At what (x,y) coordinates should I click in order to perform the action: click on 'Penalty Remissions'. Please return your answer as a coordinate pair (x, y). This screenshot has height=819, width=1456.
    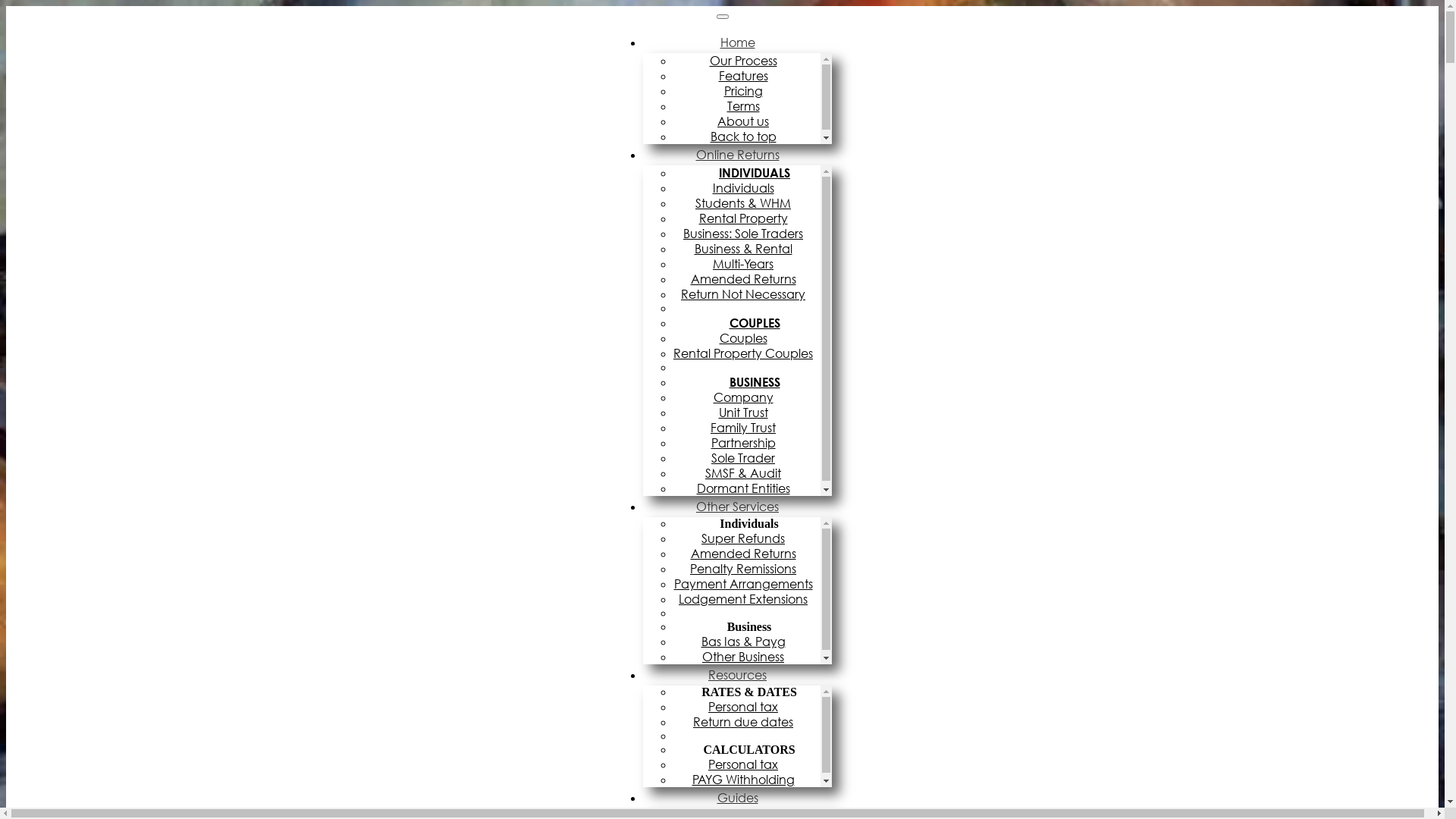
    Looking at the image, I should click on (689, 568).